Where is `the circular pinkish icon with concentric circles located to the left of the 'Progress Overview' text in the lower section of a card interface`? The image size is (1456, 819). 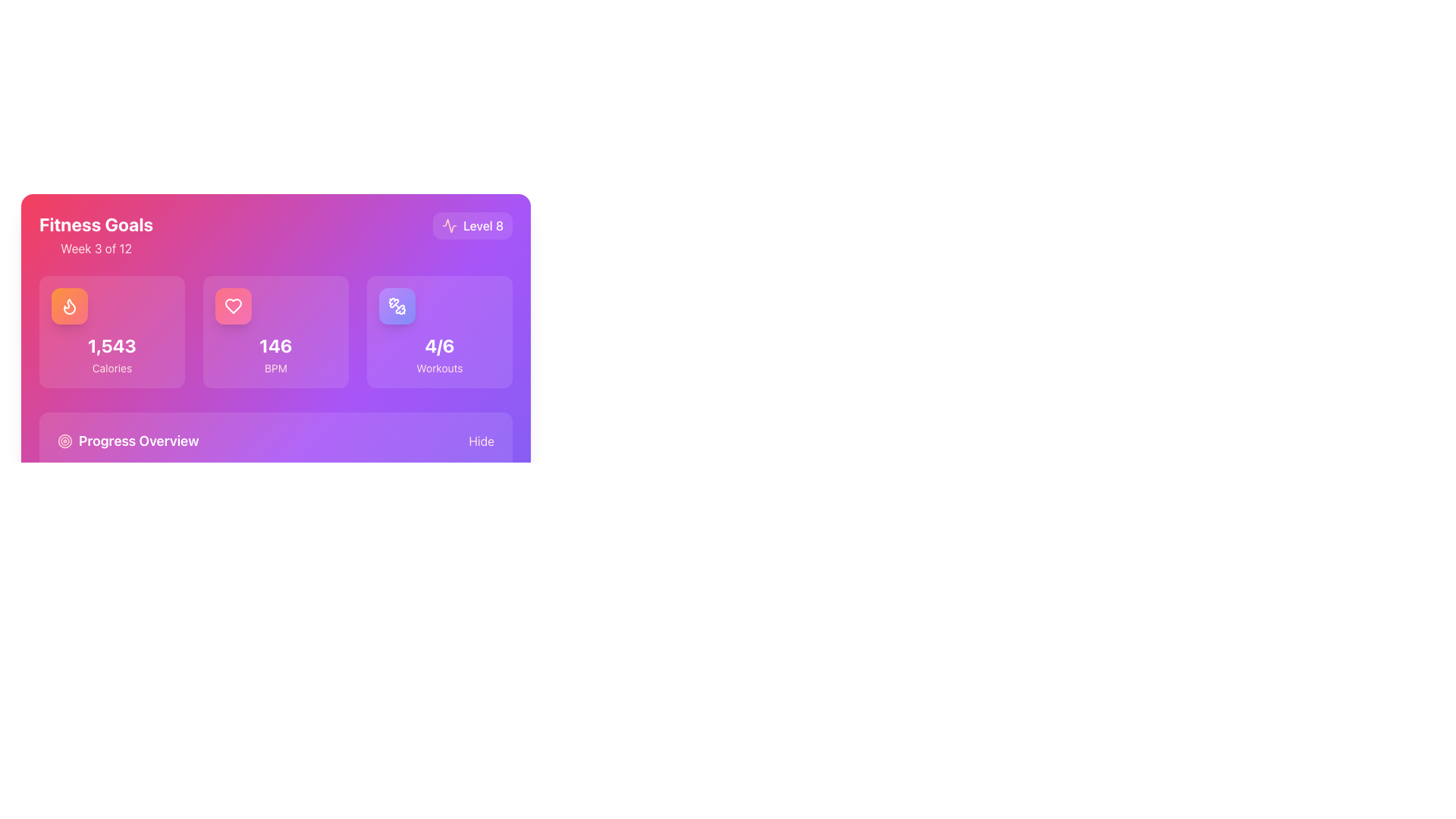
the circular pinkish icon with concentric circles located to the left of the 'Progress Overview' text in the lower section of a card interface is located at coordinates (64, 441).